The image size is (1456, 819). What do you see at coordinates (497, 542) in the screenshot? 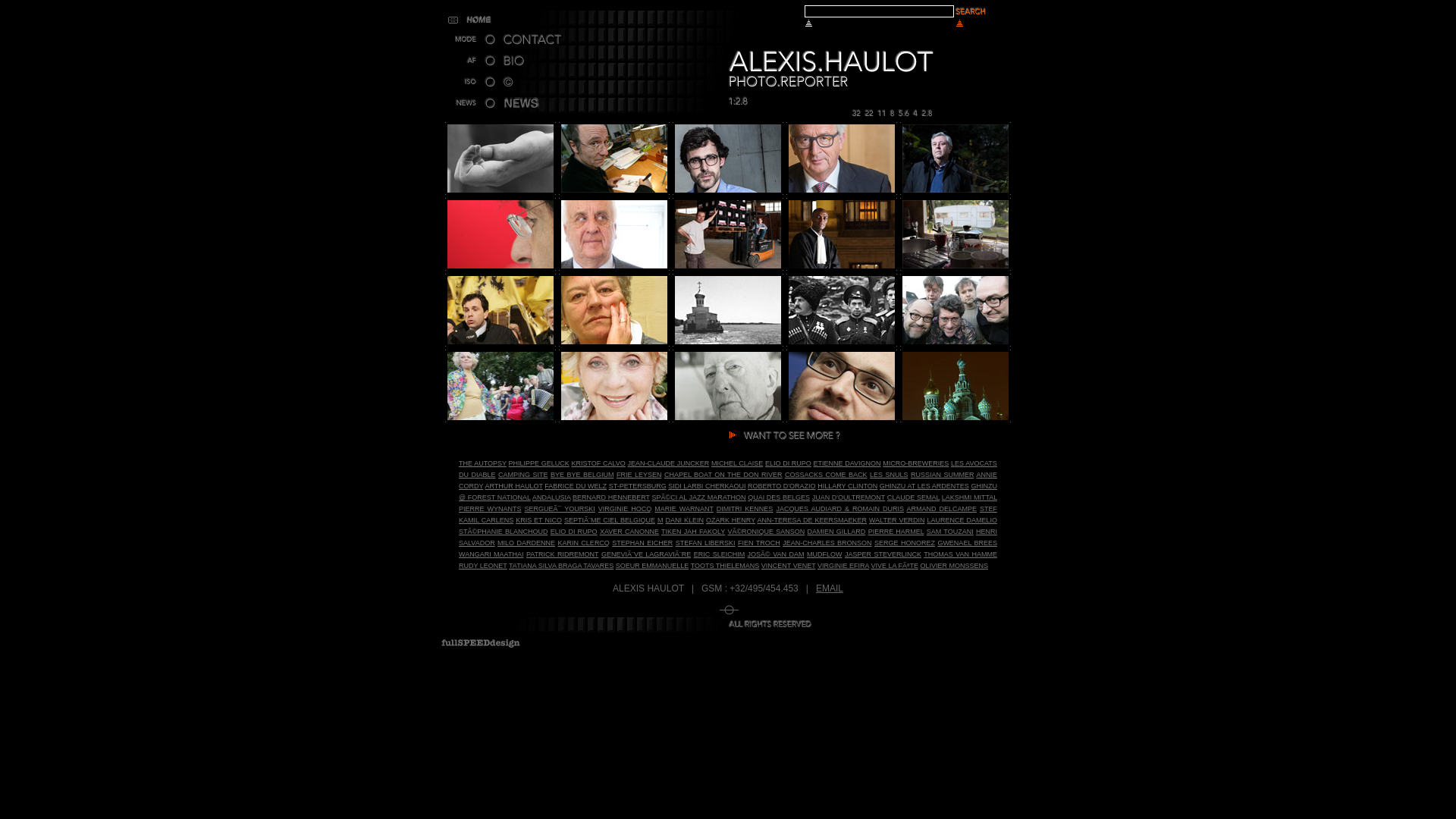
I see `'MILO DARDENNE'` at bounding box center [497, 542].